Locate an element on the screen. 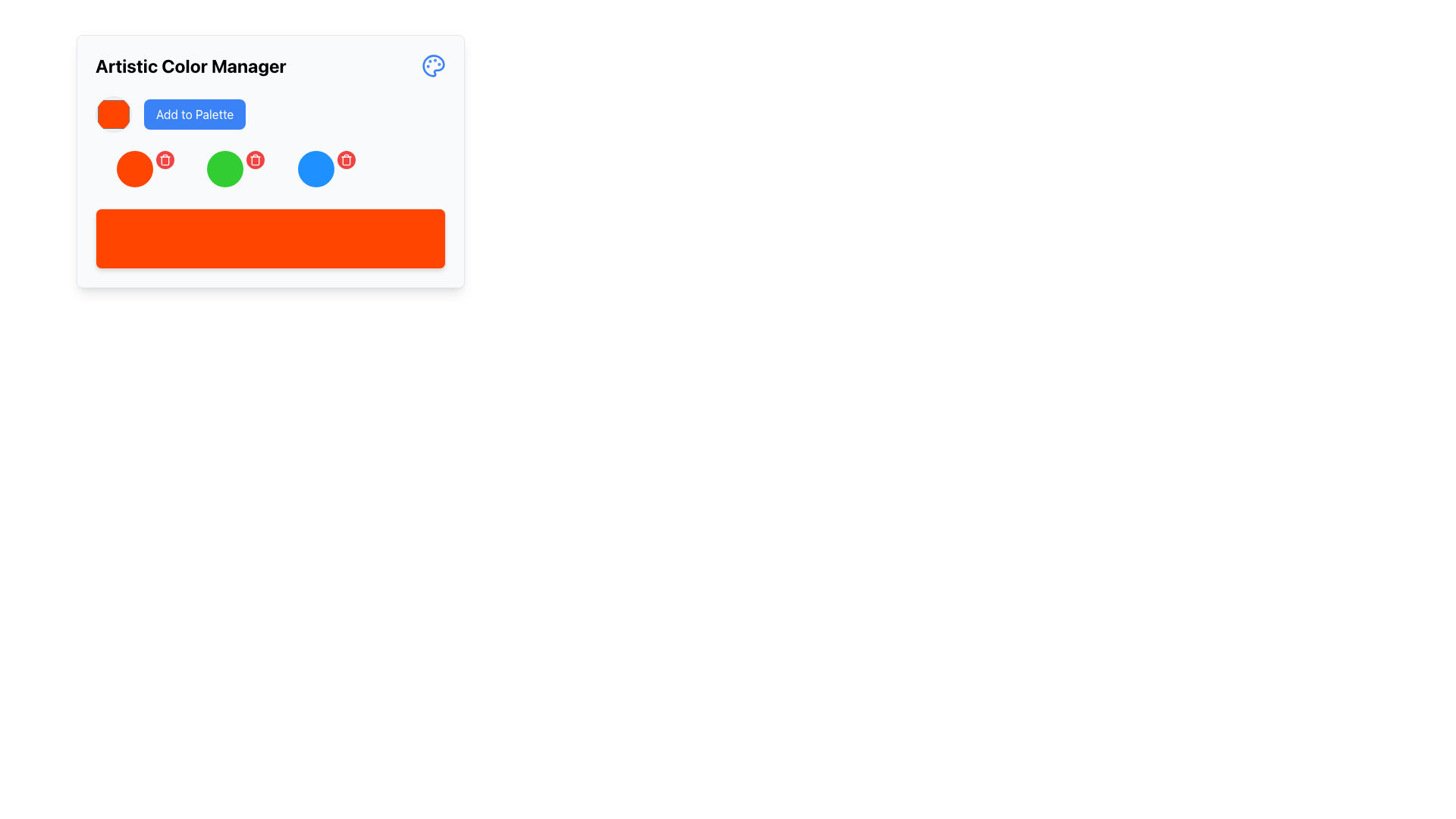 The height and width of the screenshot is (819, 1456). the red circular delete button located on the top-right edge of the blue circular item in the 'Artistic Color Manager' module is located at coordinates (345, 160).